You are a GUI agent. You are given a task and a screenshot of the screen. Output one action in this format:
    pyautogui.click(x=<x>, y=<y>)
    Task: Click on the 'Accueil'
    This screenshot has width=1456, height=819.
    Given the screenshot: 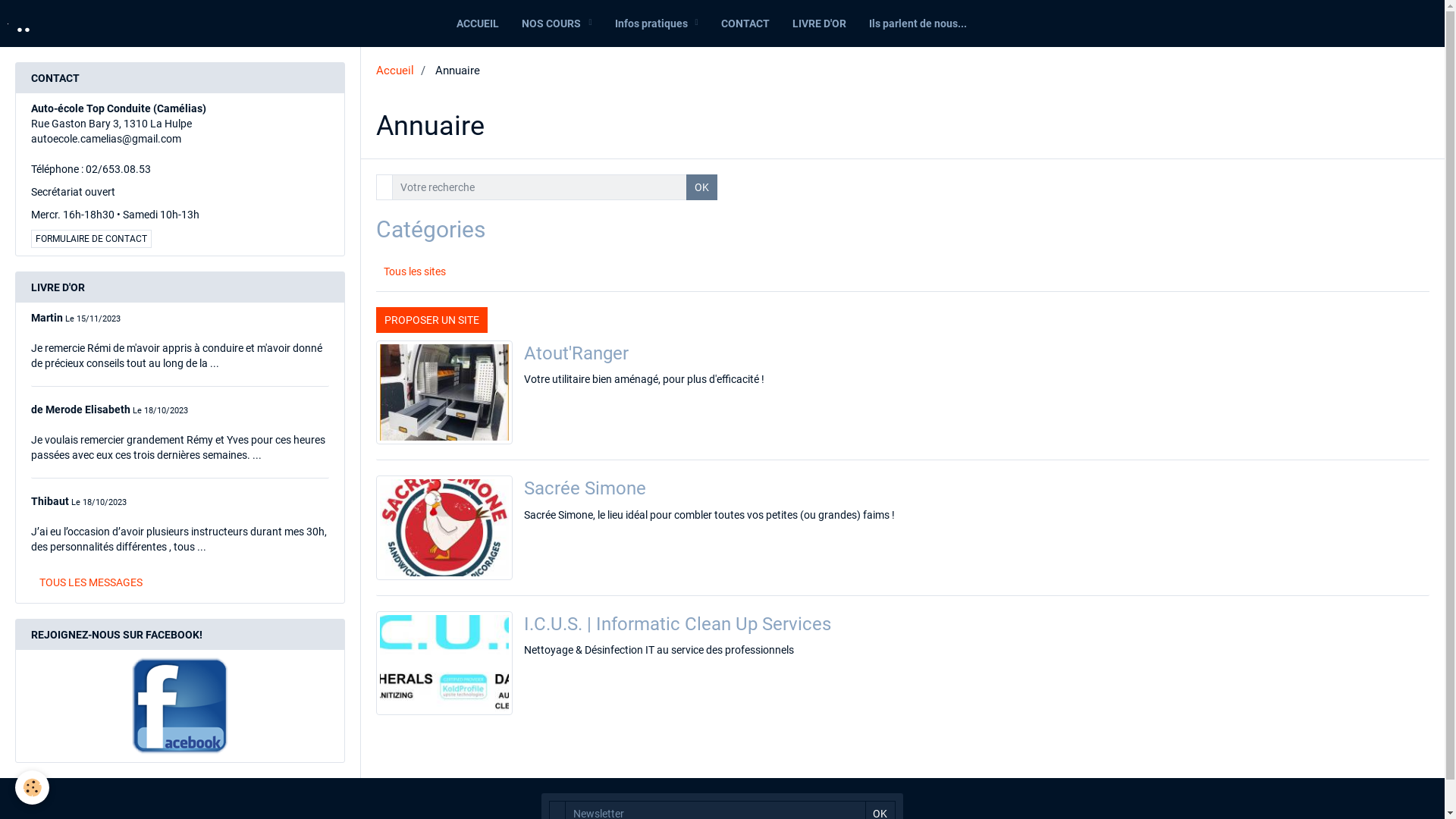 What is the action you would take?
    pyautogui.click(x=395, y=70)
    